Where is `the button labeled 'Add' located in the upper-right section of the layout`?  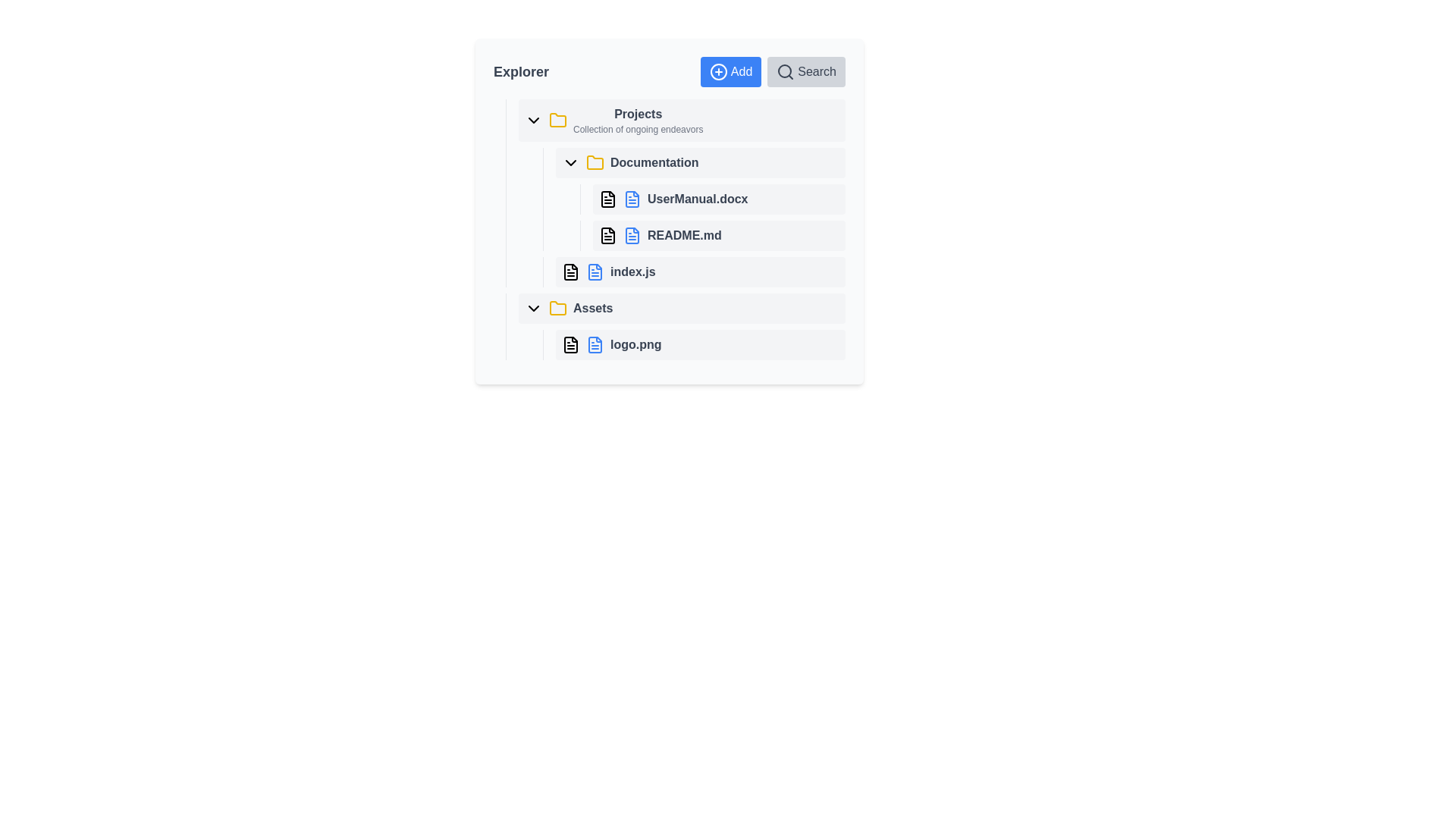
the button labeled 'Add' located in the upper-right section of the layout is located at coordinates (742, 72).